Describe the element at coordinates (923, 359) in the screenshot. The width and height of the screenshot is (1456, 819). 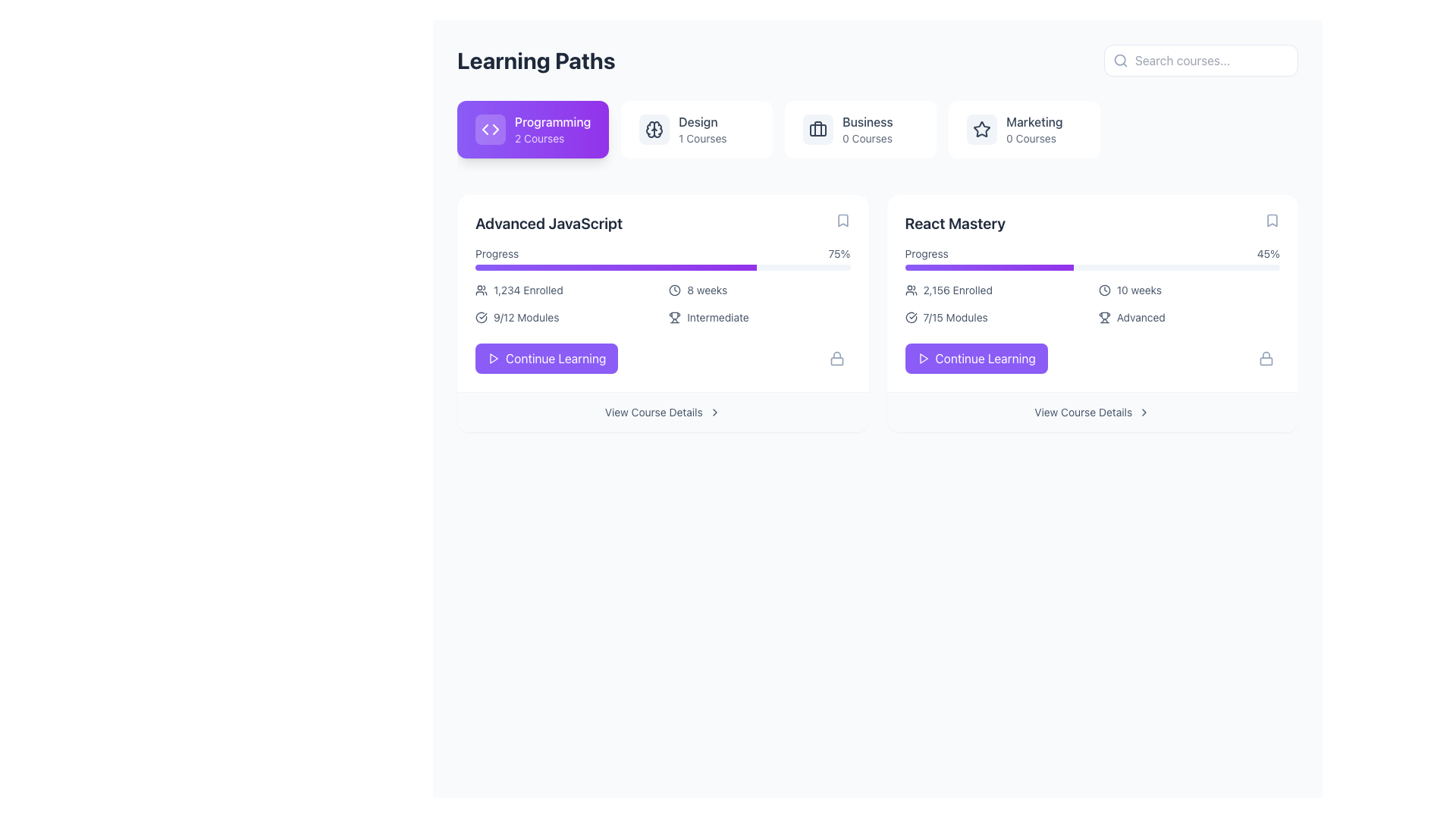
I see `the purple button labeled 'Continue Learning' that contains the triangular 'play' icon` at that location.